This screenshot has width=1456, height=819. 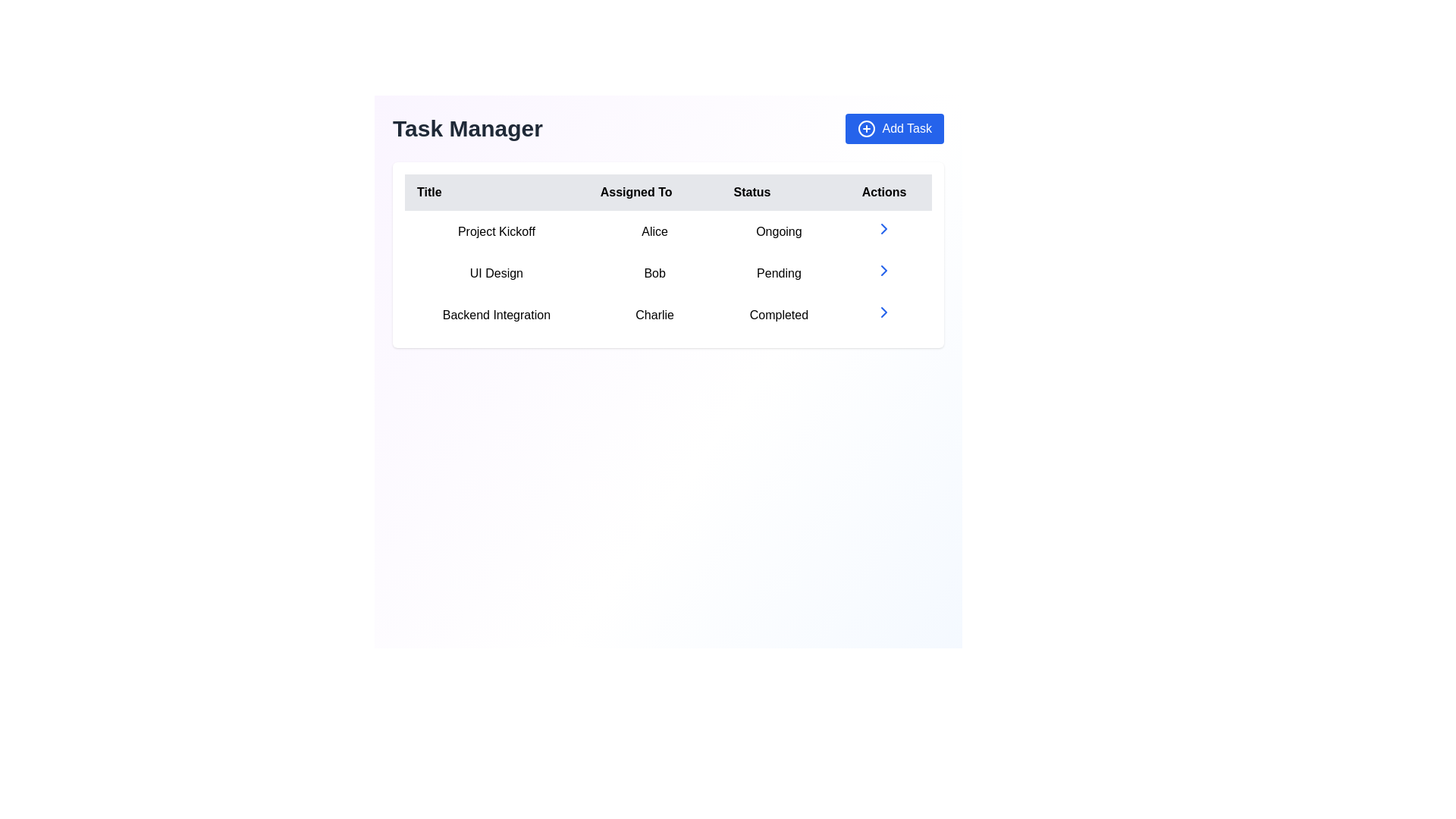 I want to click on the second row of the task table that displays 'UI Design', 'Bob', 'Pending', and a blue right arrow for actions, so click(x=667, y=273).